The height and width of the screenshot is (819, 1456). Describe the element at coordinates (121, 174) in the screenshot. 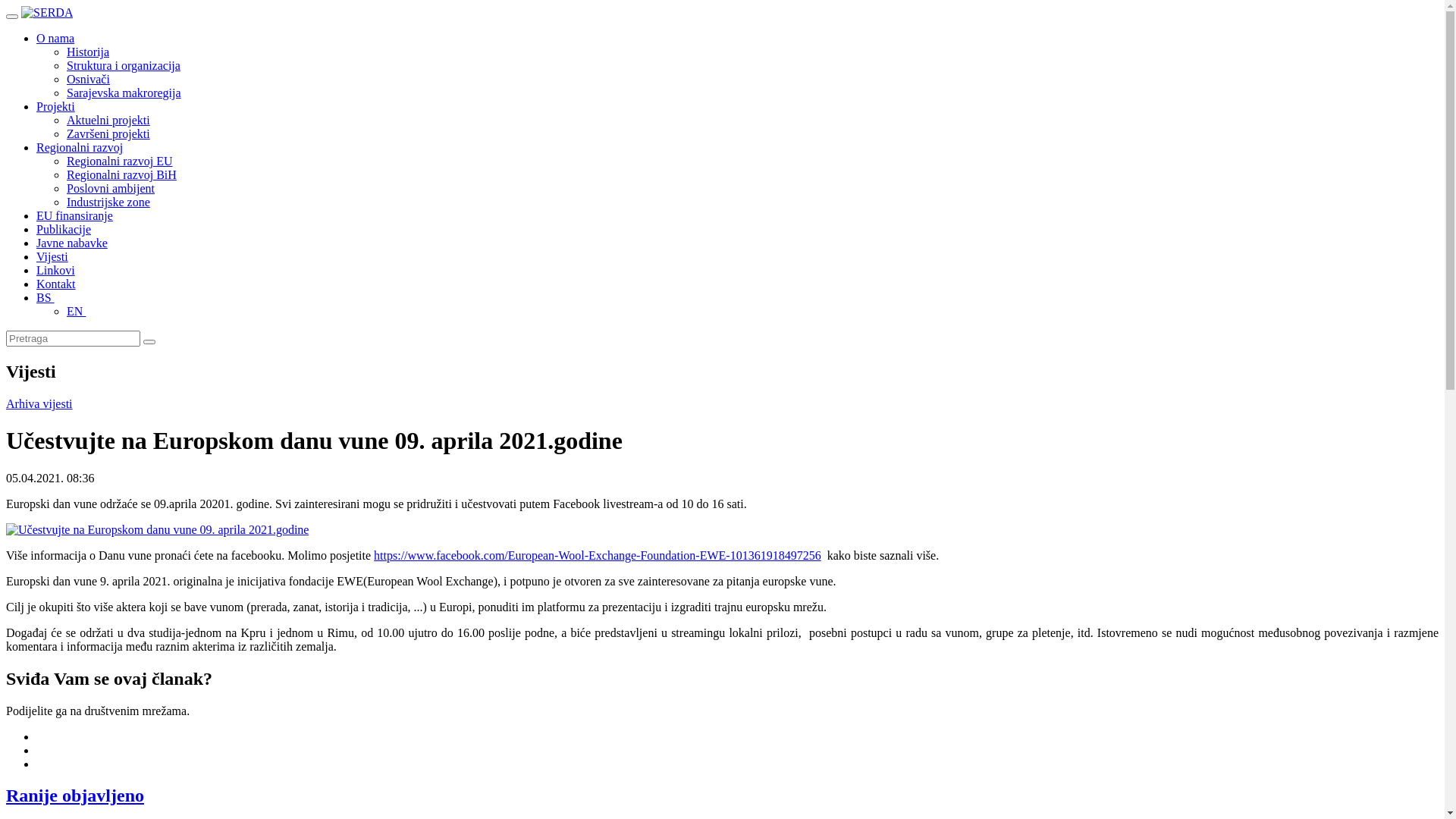

I see `'Regionalni razvoj BiH'` at that location.